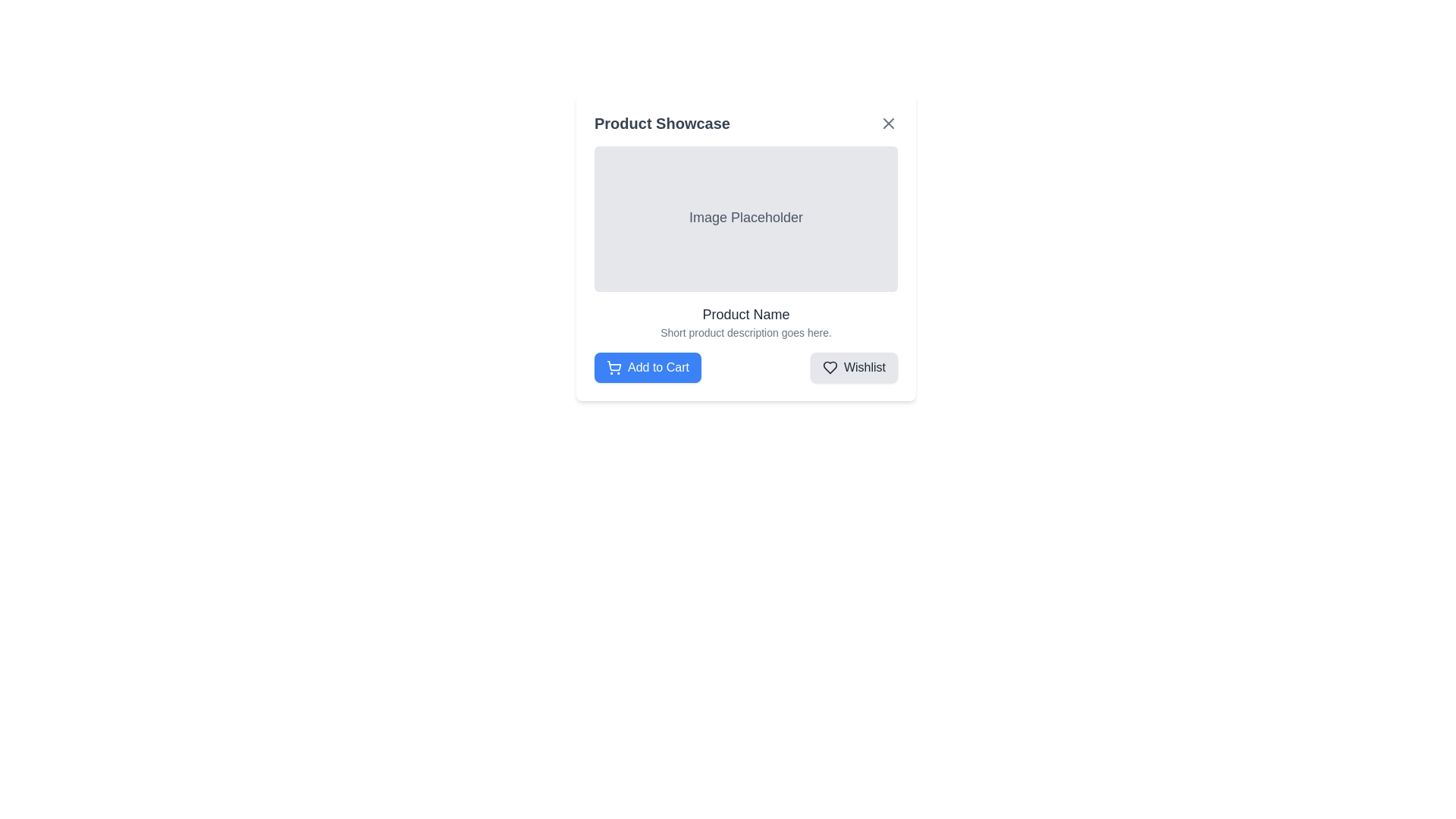  I want to click on the 'Wishlist' button featuring a heart icon and labeled 'Wishlist', so click(854, 368).